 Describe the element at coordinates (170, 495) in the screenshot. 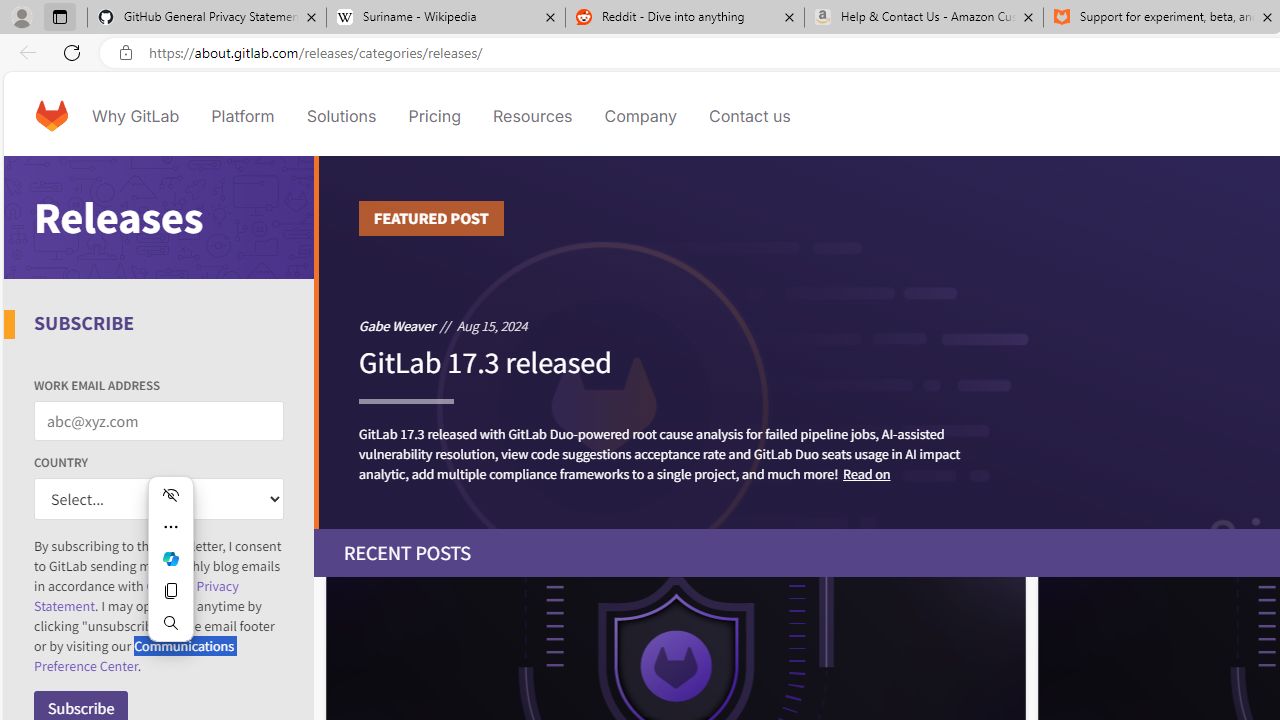

I see `'Hide menu'` at that location.